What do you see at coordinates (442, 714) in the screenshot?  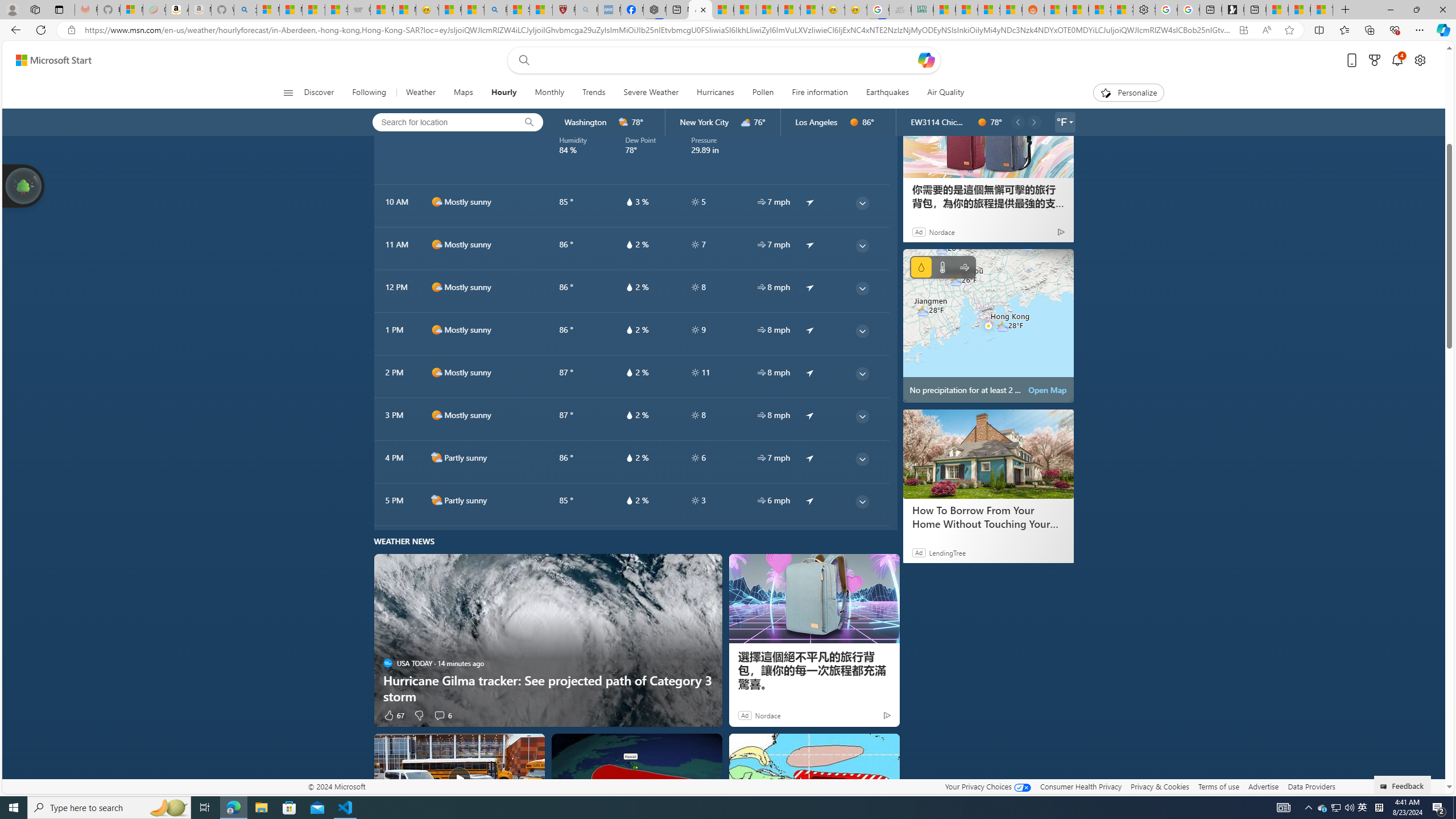 I see `'View comments 6 Comment'` at bounding box center [442, 714].